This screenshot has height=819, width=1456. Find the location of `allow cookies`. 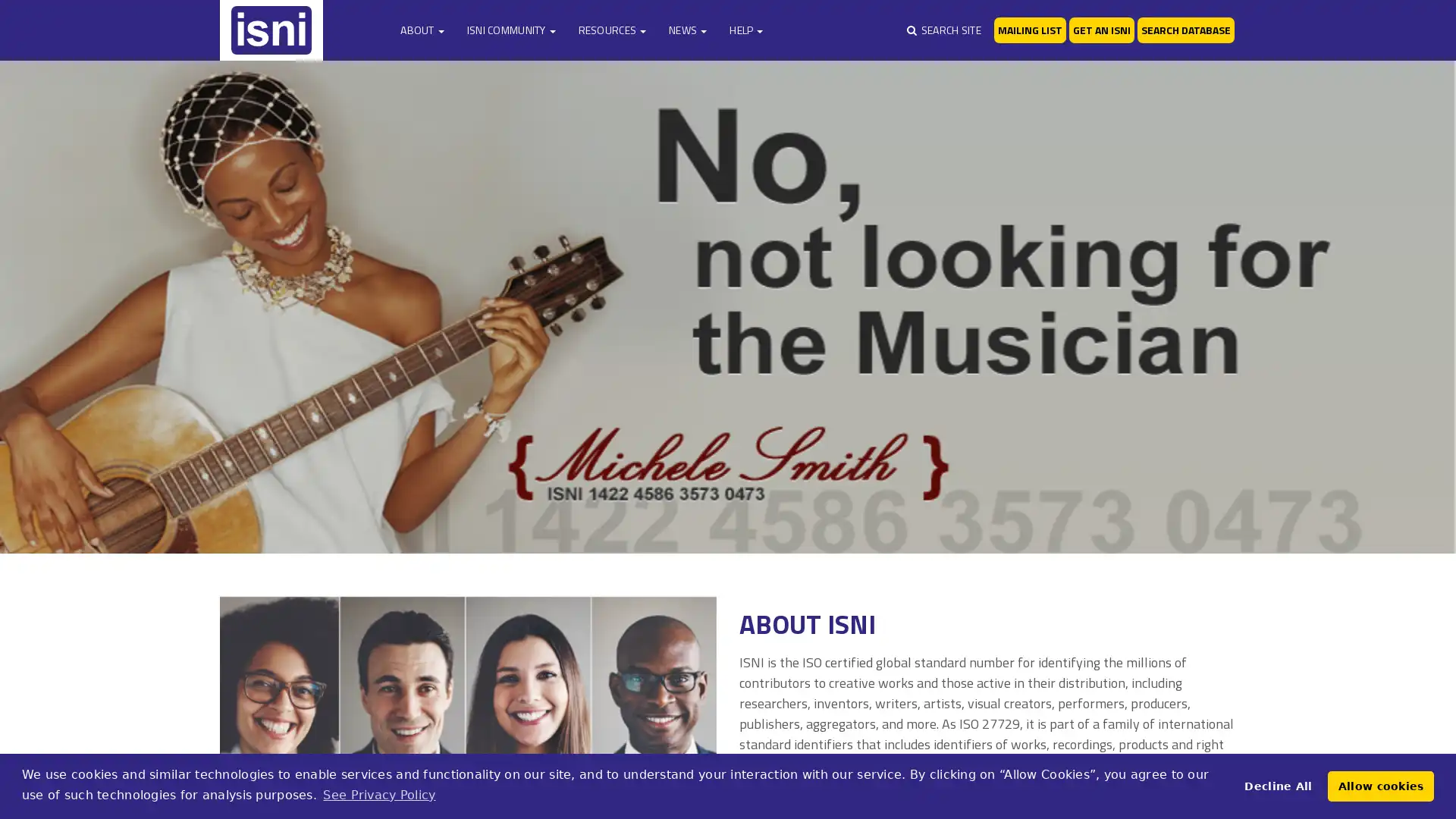

allow cookies is located at coordinates (1380, 785).